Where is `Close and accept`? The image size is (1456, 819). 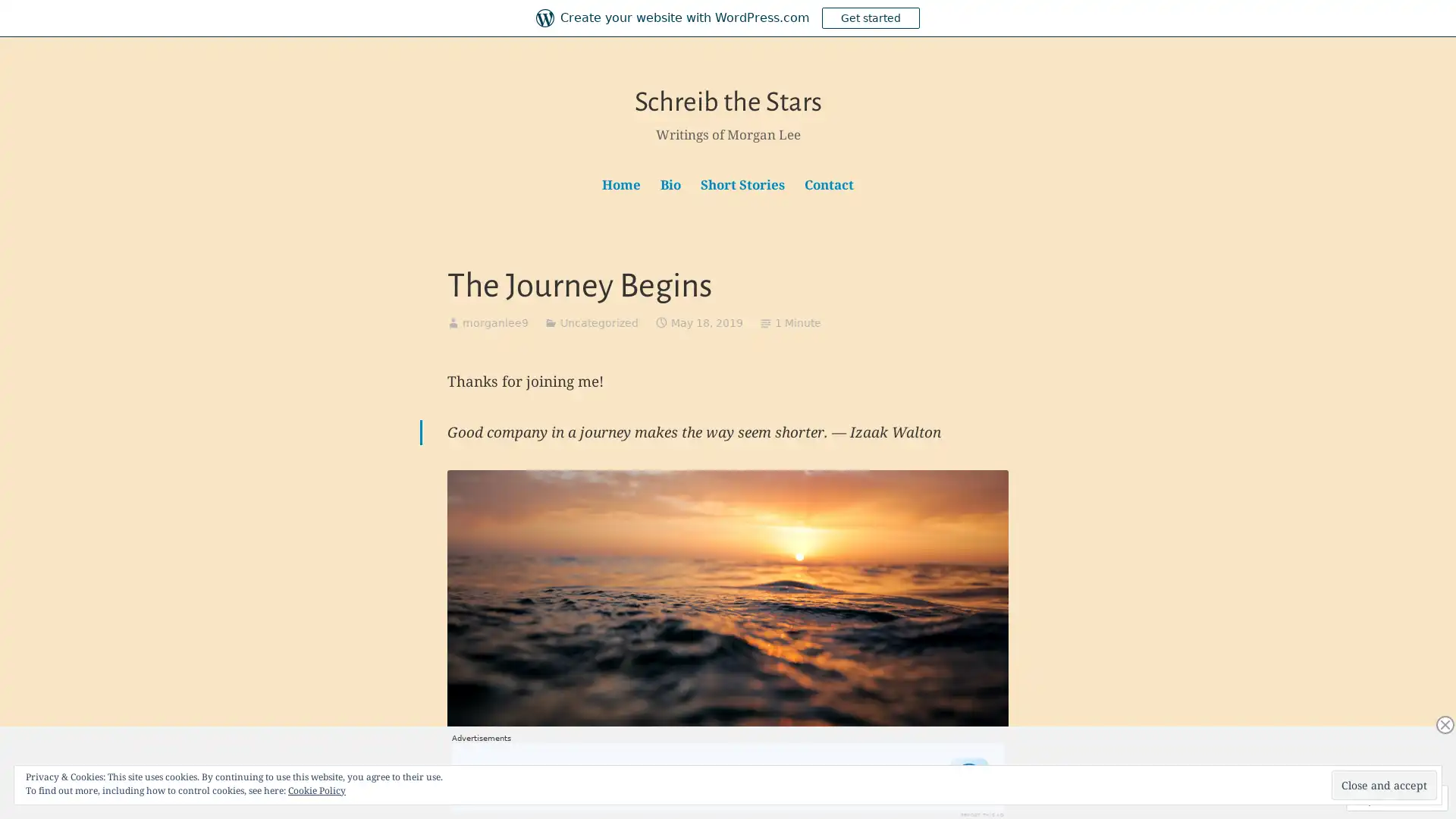 Close and accept is located at coordinates (1384, 785).